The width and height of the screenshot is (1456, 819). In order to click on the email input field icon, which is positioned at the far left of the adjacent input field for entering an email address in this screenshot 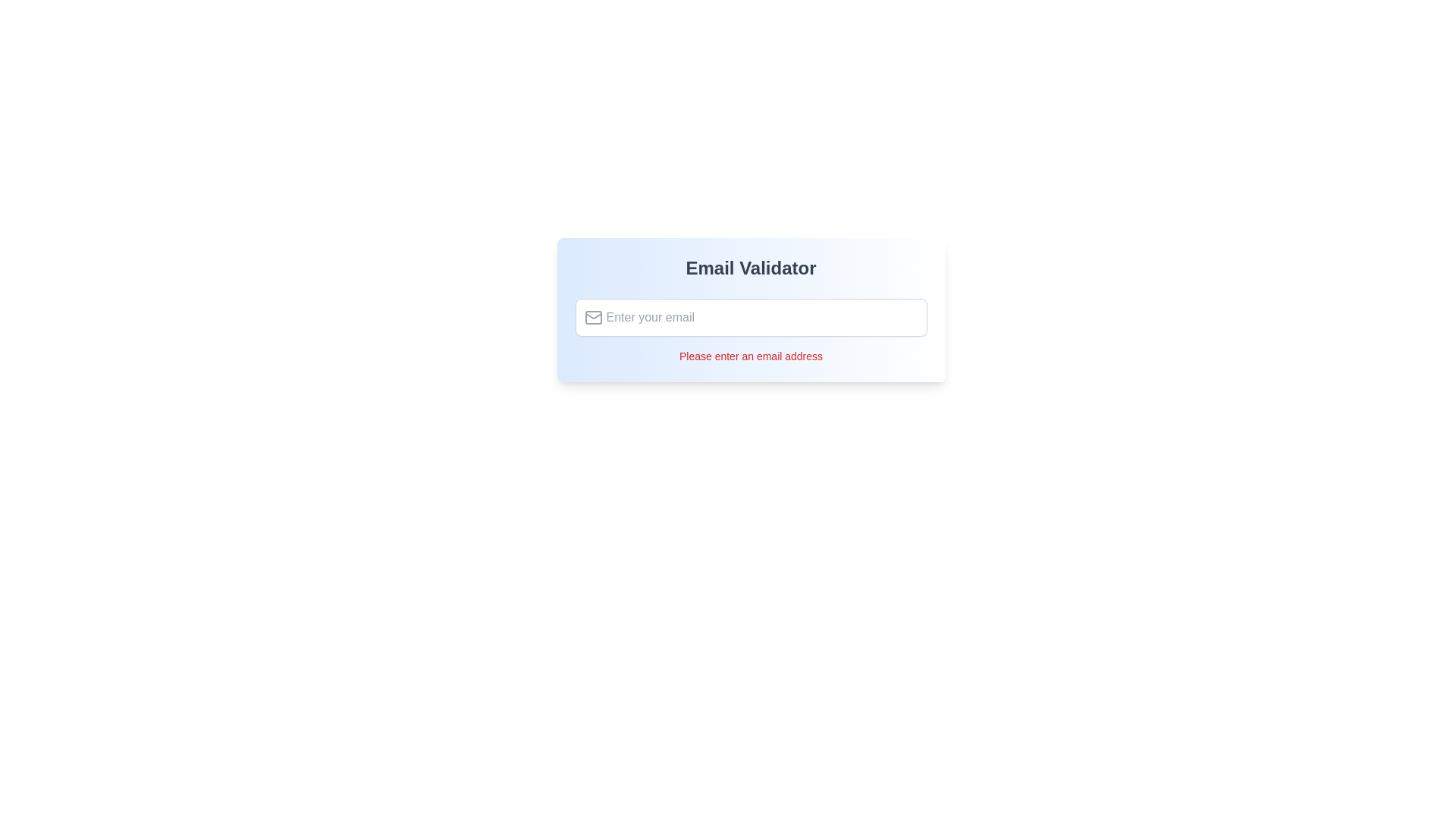, I will do `click(592, 317)`.